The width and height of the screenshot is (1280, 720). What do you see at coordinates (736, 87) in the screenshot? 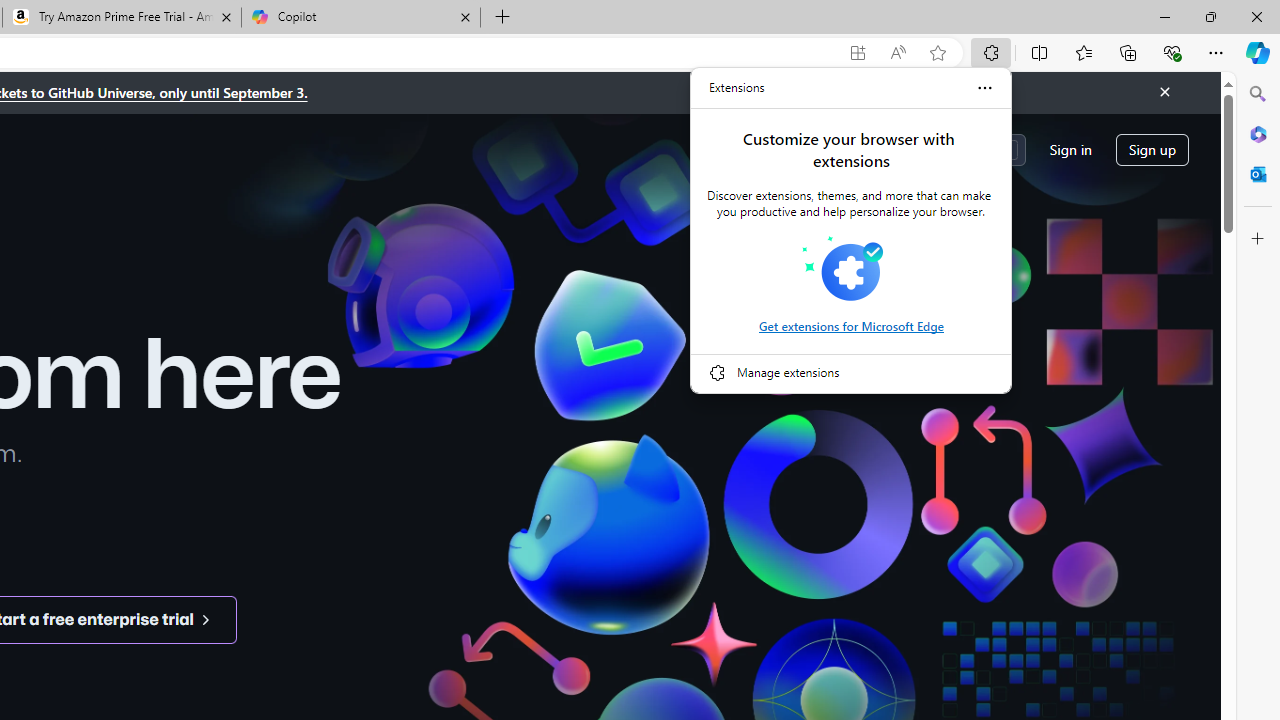
I see `'Extensions'` at bounding box center [736, 87].